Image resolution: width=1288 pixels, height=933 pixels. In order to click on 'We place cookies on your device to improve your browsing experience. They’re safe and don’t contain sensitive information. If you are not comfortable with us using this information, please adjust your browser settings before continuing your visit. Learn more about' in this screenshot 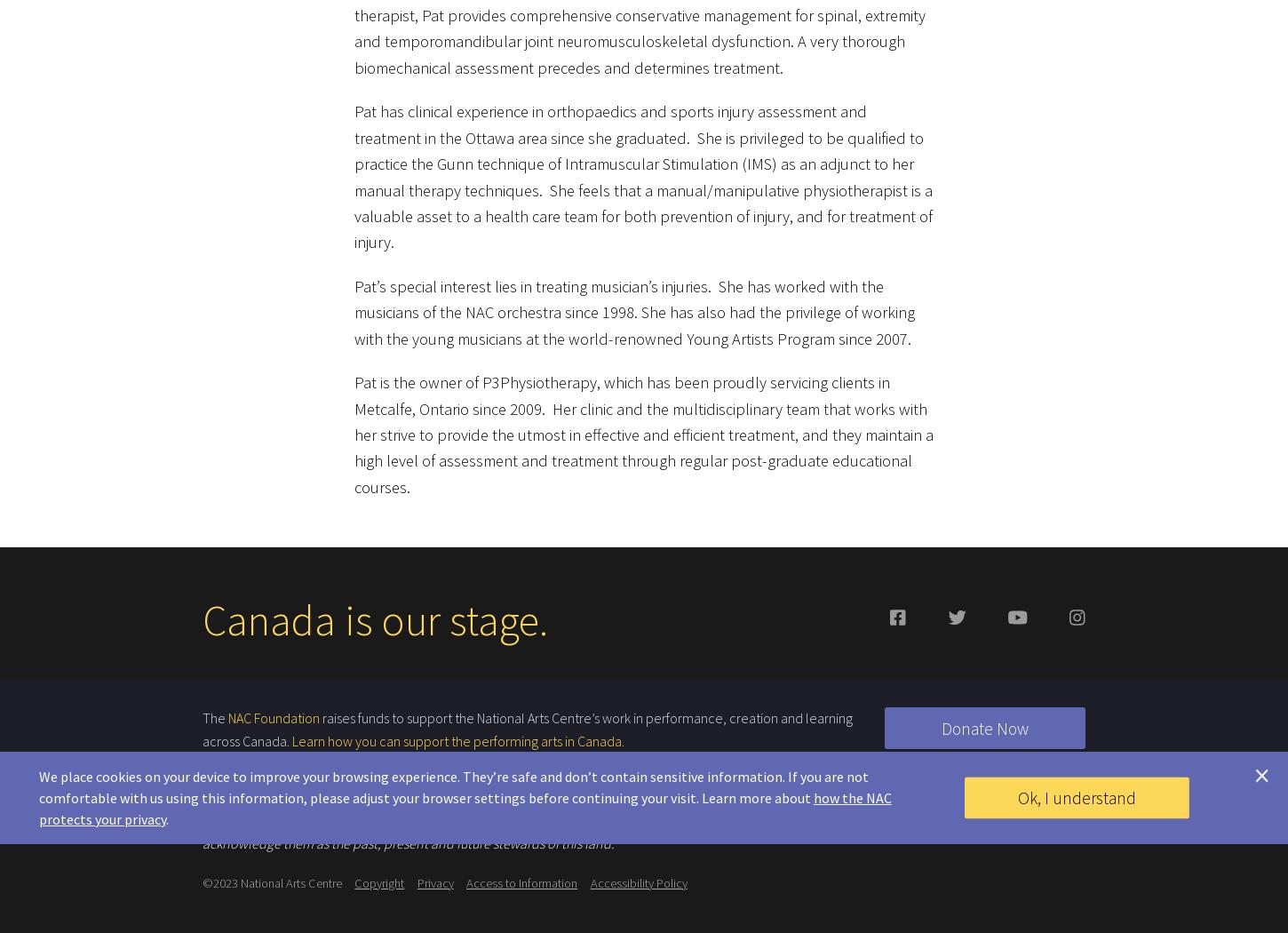, I will do `click(452, 785)`.